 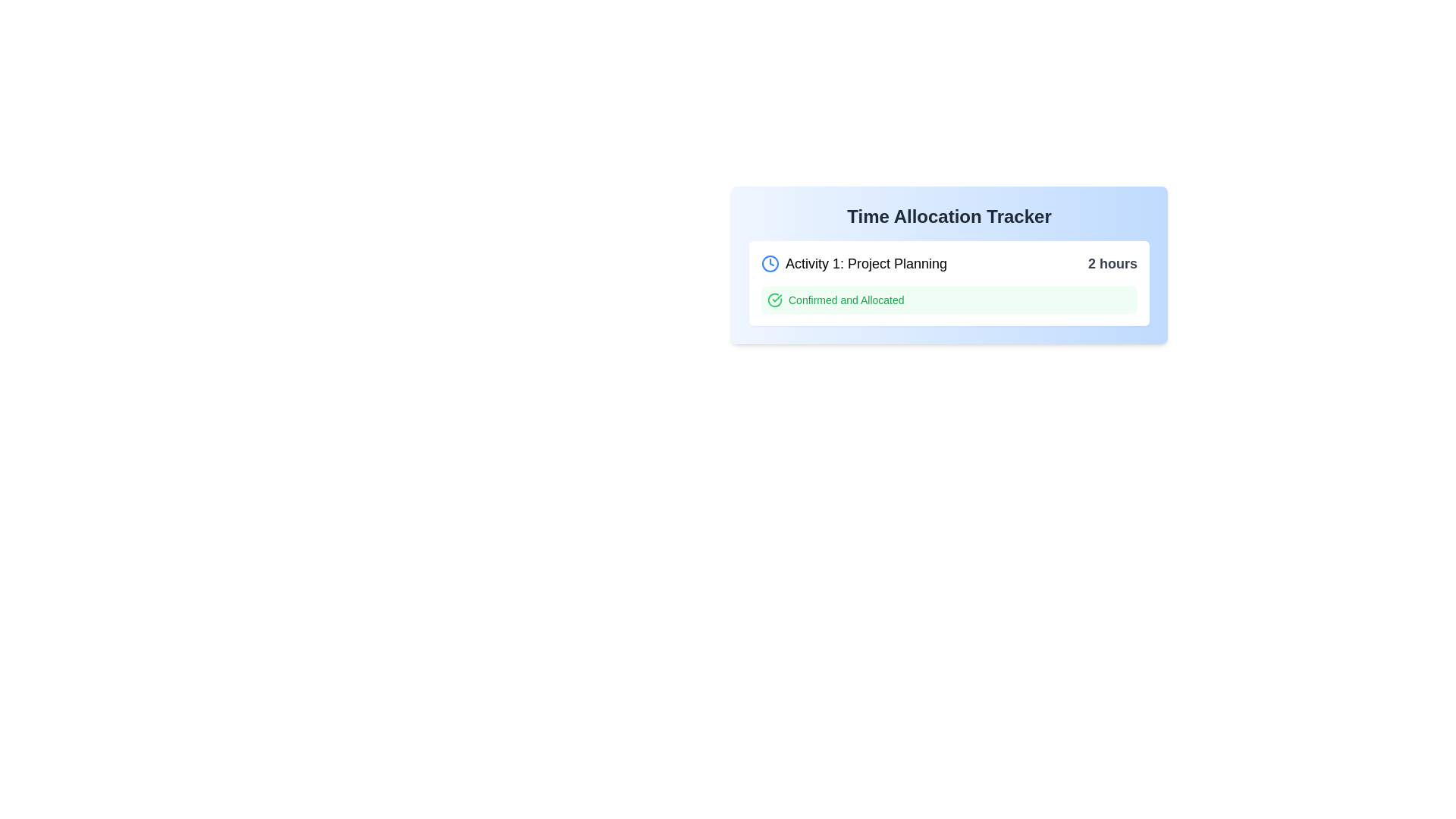 I want to click on the circular outline of the clock icon, which is a structural part of the SVG graphic, located to the left of the text 'Activity 1: Project Planning', so click(x=770, y=262).